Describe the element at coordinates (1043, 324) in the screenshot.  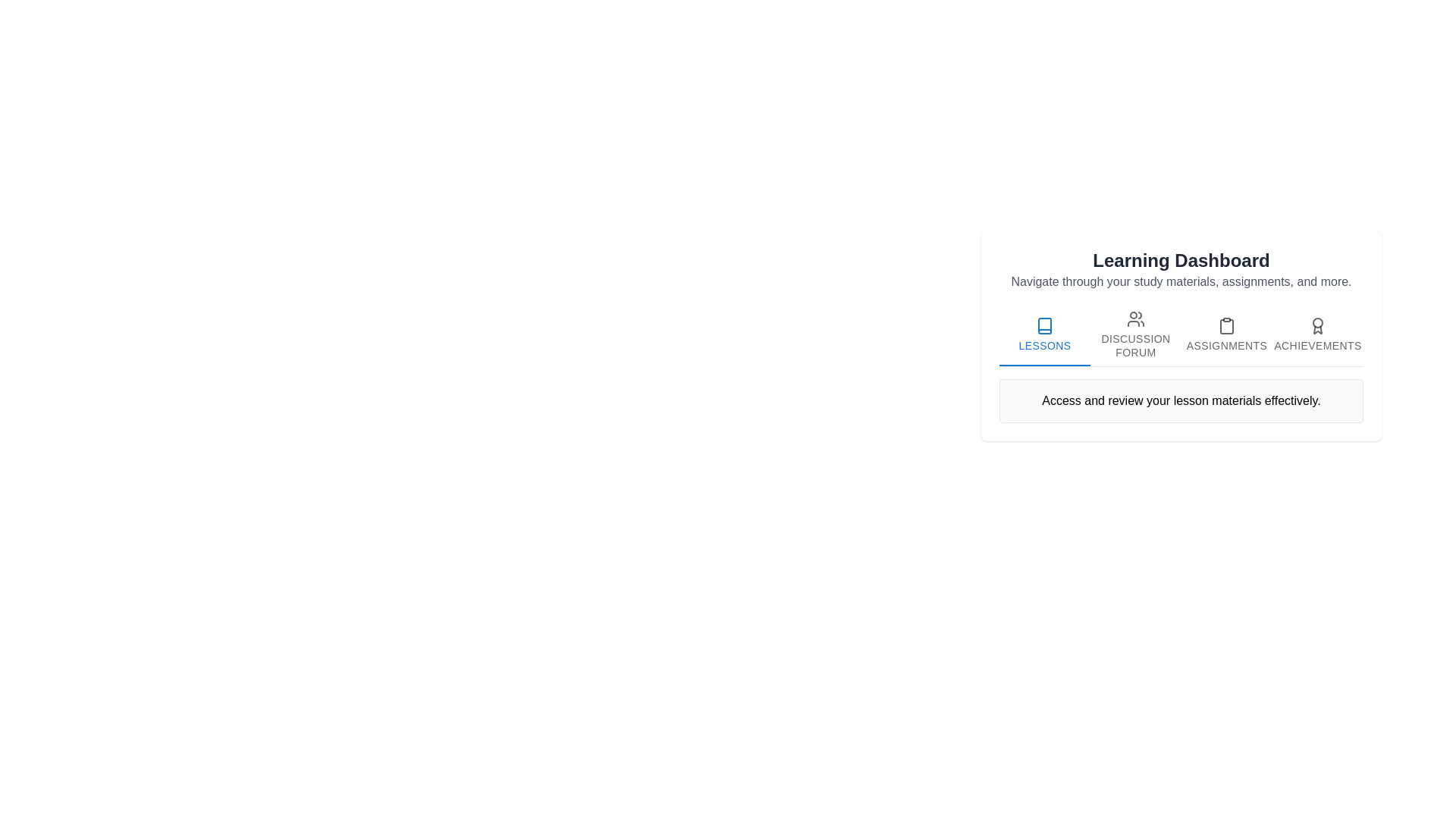
I see `the 'Lessons' icon located at the top-left corner of the navigation bar within the dashboard interface` at that location.